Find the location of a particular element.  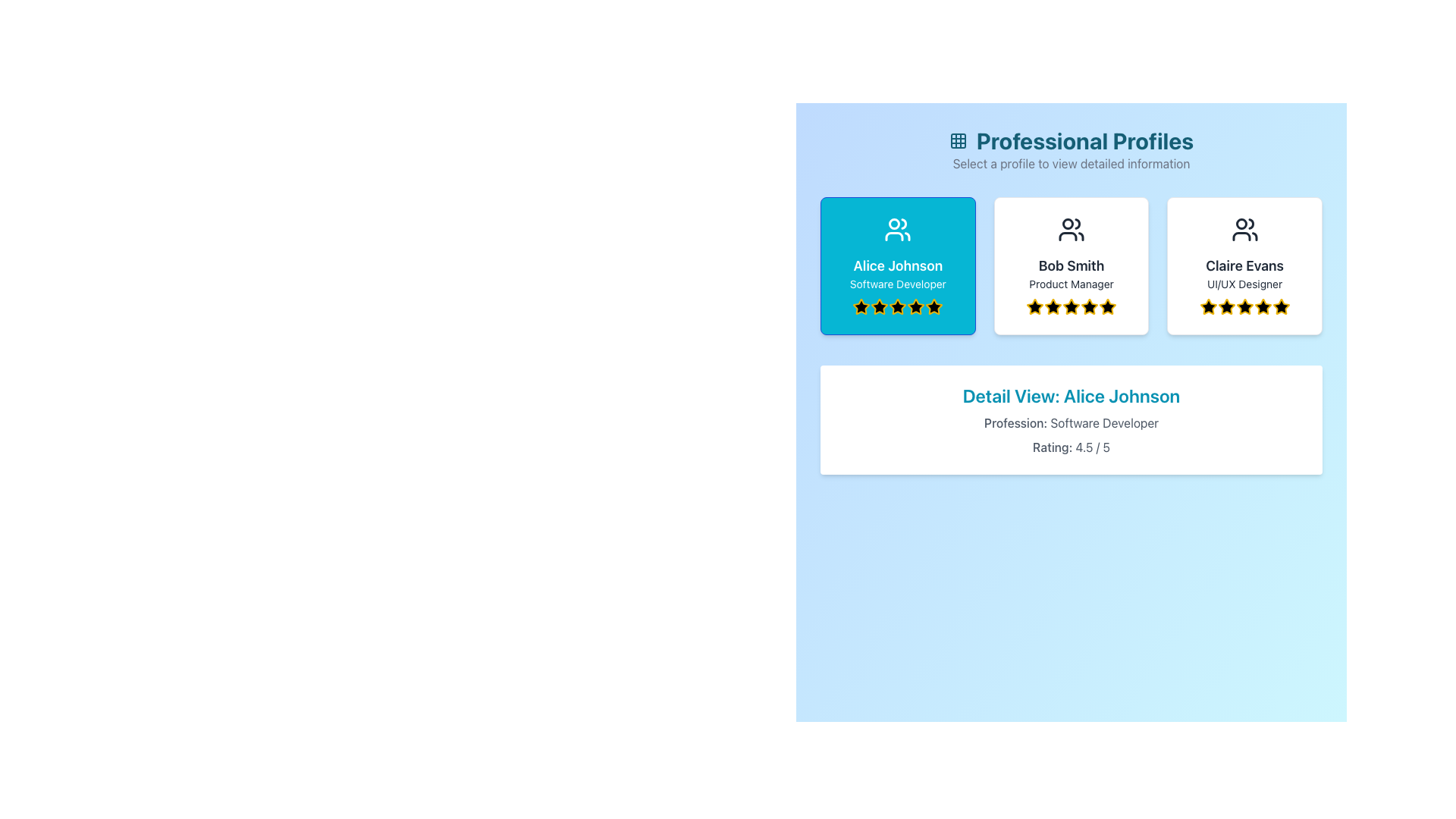

the third star icon in the 5-star rating system for the 'Bob Smith' profile located under his card is located at coordinates (1052, 307).